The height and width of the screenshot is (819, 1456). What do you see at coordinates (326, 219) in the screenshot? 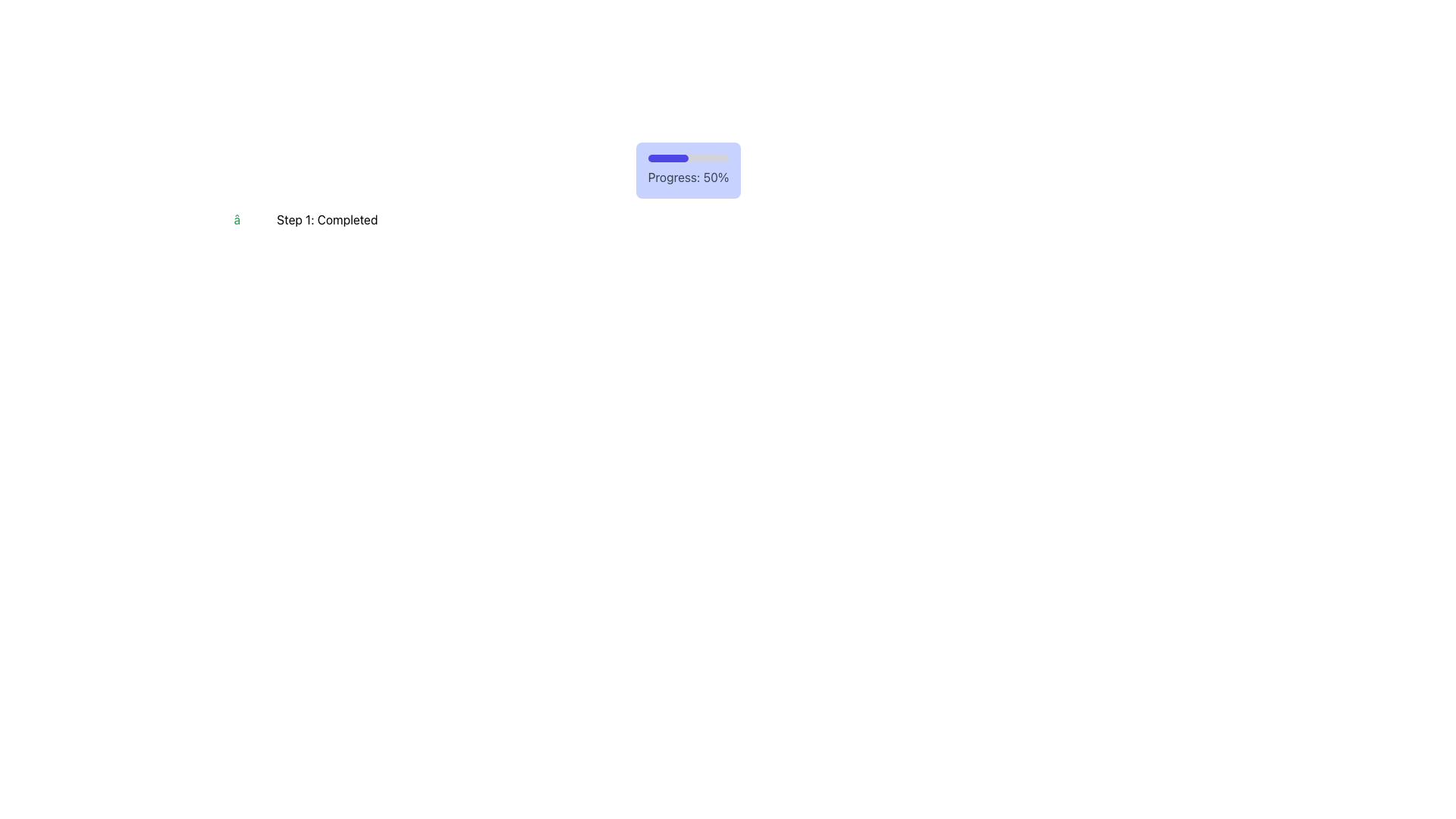
I see `text label that indicates the status of the step in the process, specifically the label displaying 'Step 1: Completed'` at bounding box center [326, 219].